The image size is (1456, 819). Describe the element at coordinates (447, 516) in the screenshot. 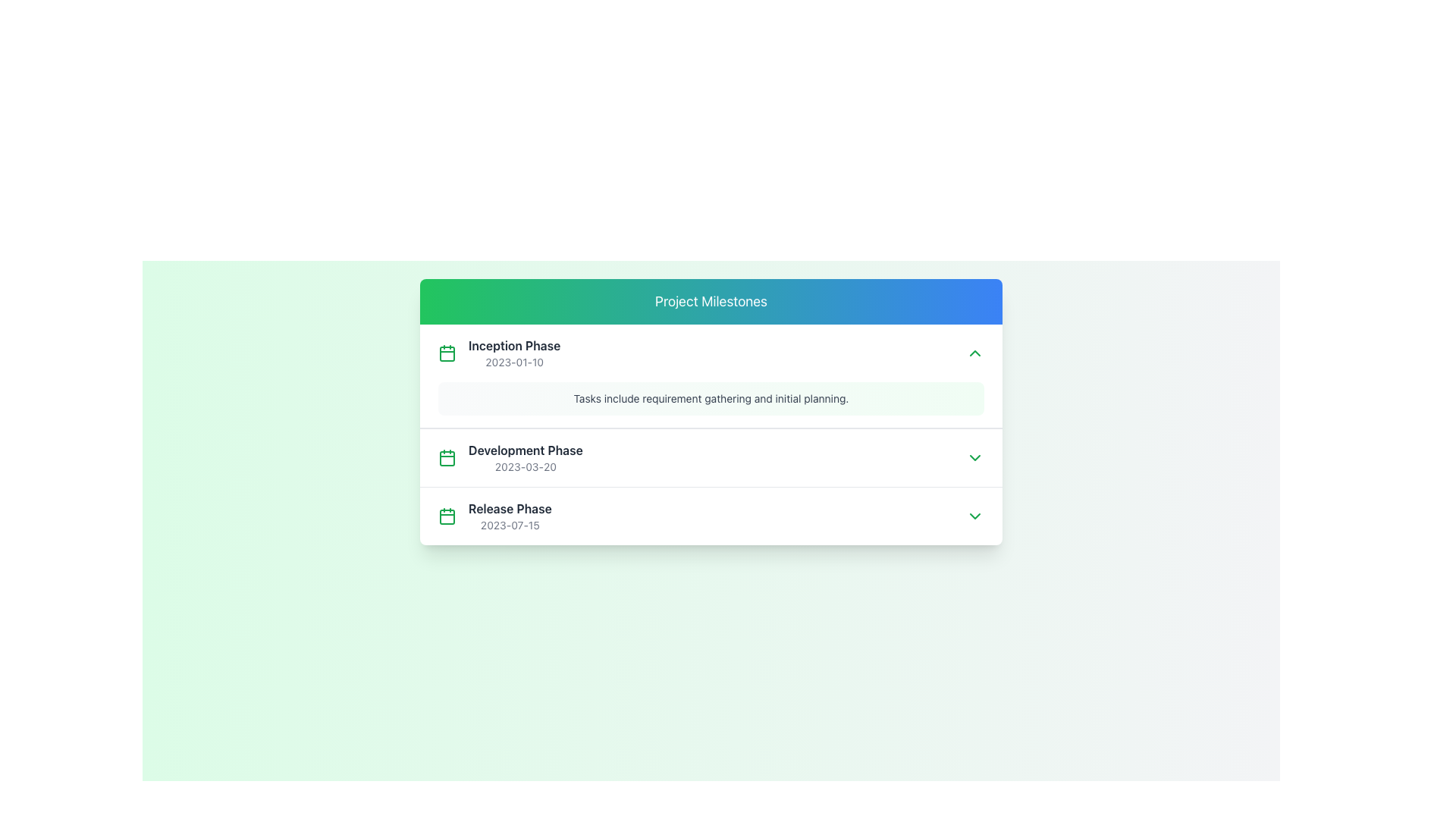

I see `the decorative icon located at the leftmost side of the 'Release Phase' section, which serves as an indicator for the associated milestone` at that location.